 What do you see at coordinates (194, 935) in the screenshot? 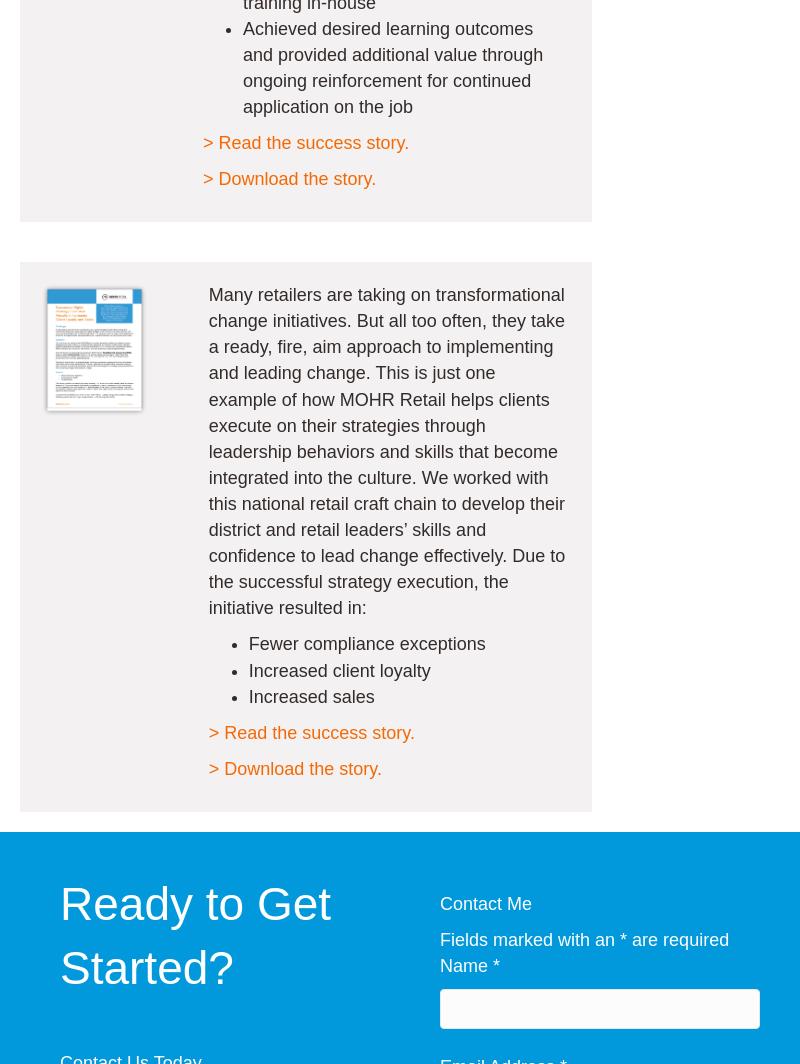
I see `'Ready to Get Started?'` at bounding box center [194, 935].